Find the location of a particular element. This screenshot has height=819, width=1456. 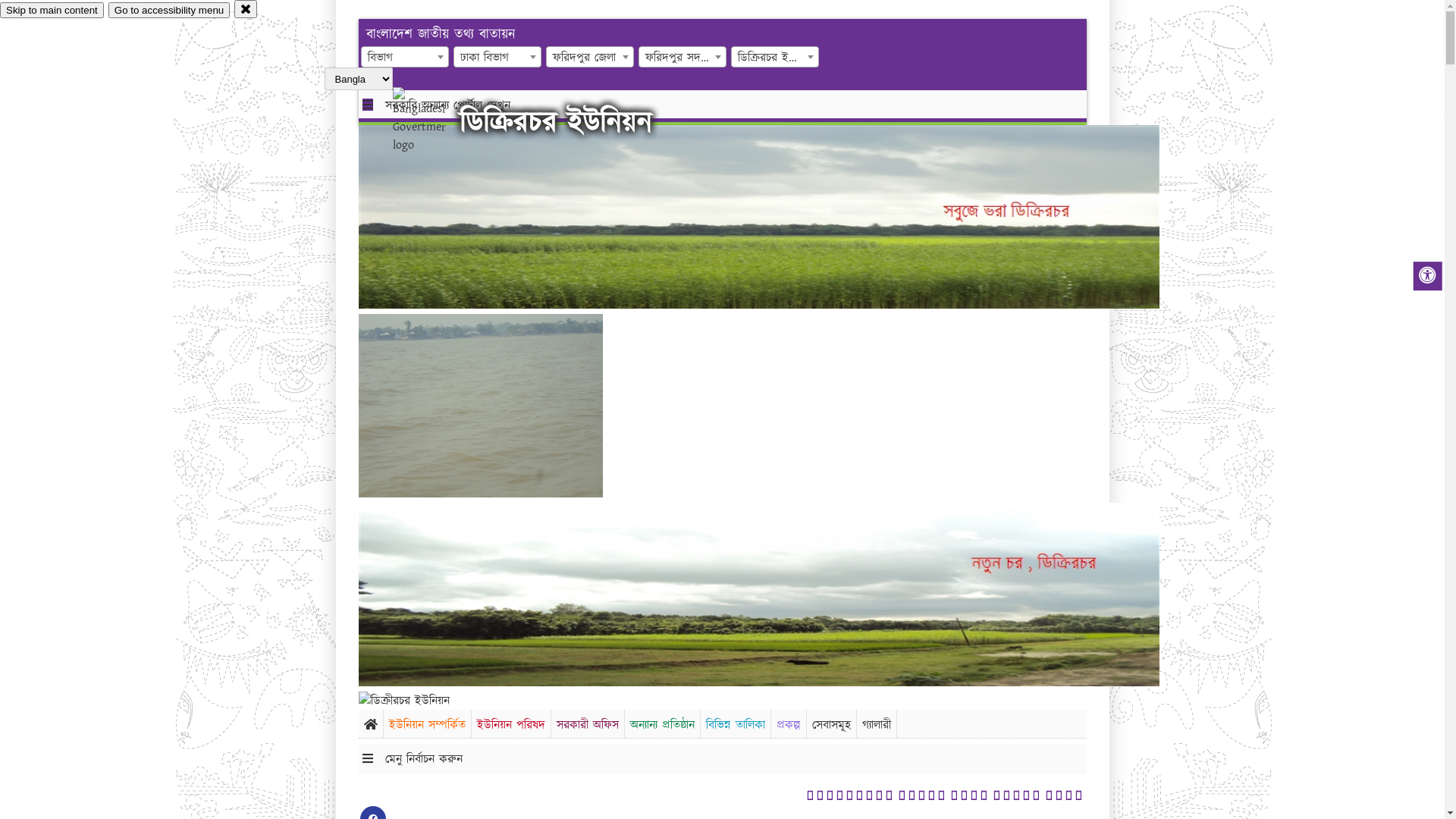

' is located at coordinates (431, 119).